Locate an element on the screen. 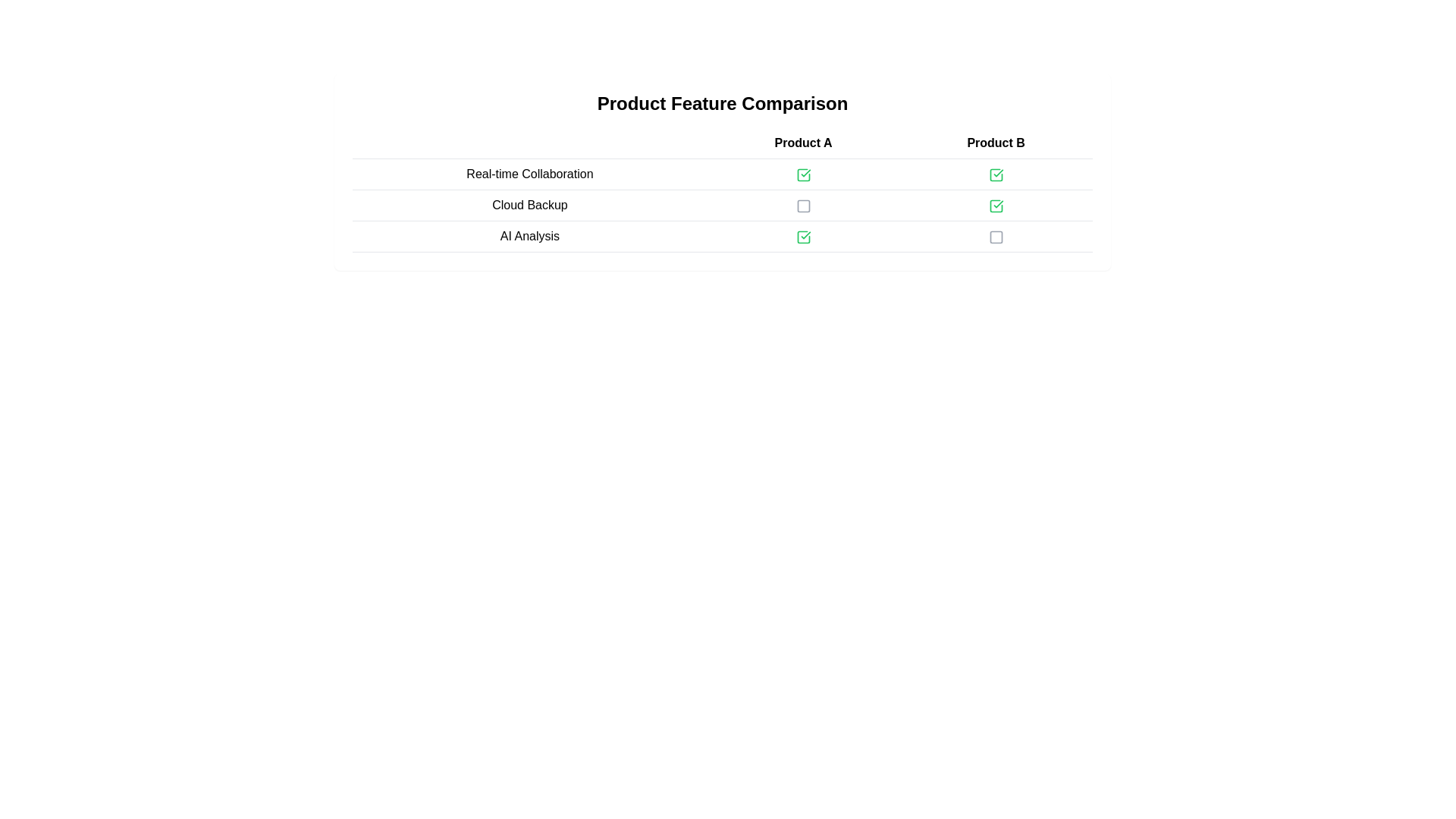  the green checkmark icon located under the 'Product A' column is located at coordinates (802, 174).